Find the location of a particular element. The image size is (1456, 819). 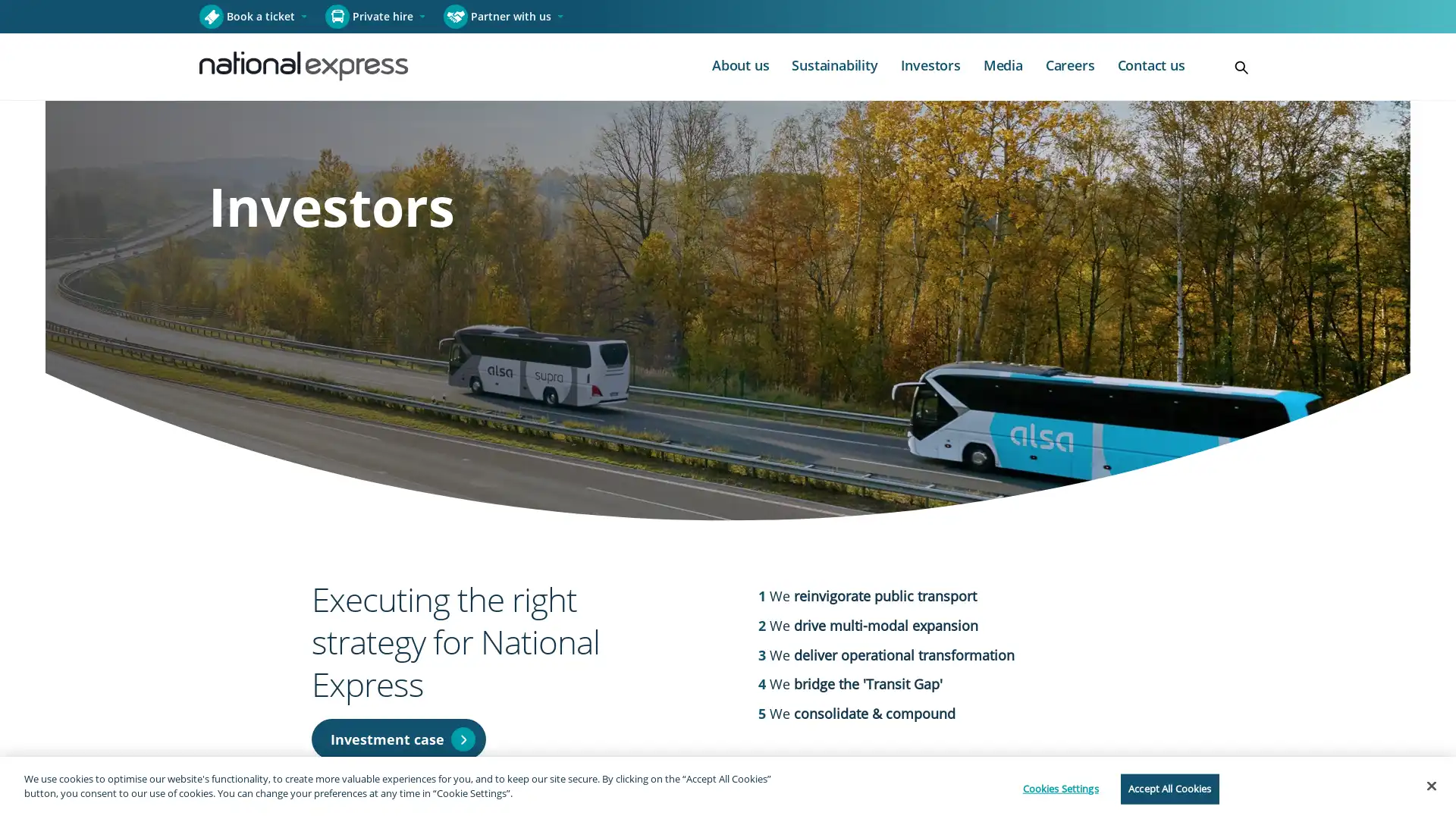

Close is located at coordinates (1430, 785).